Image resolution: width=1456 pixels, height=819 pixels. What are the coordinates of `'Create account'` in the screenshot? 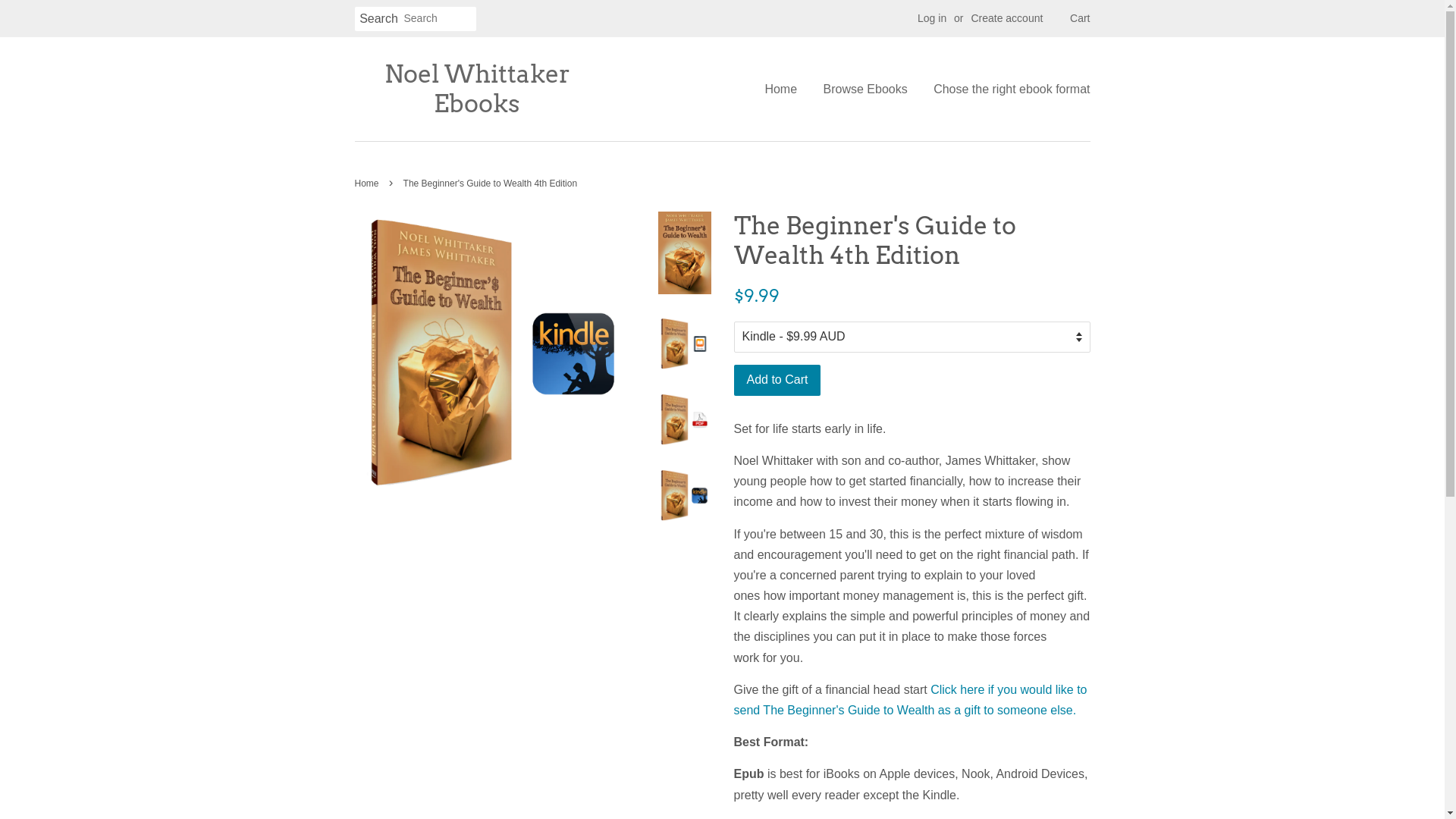 It's located at (1006, 17).